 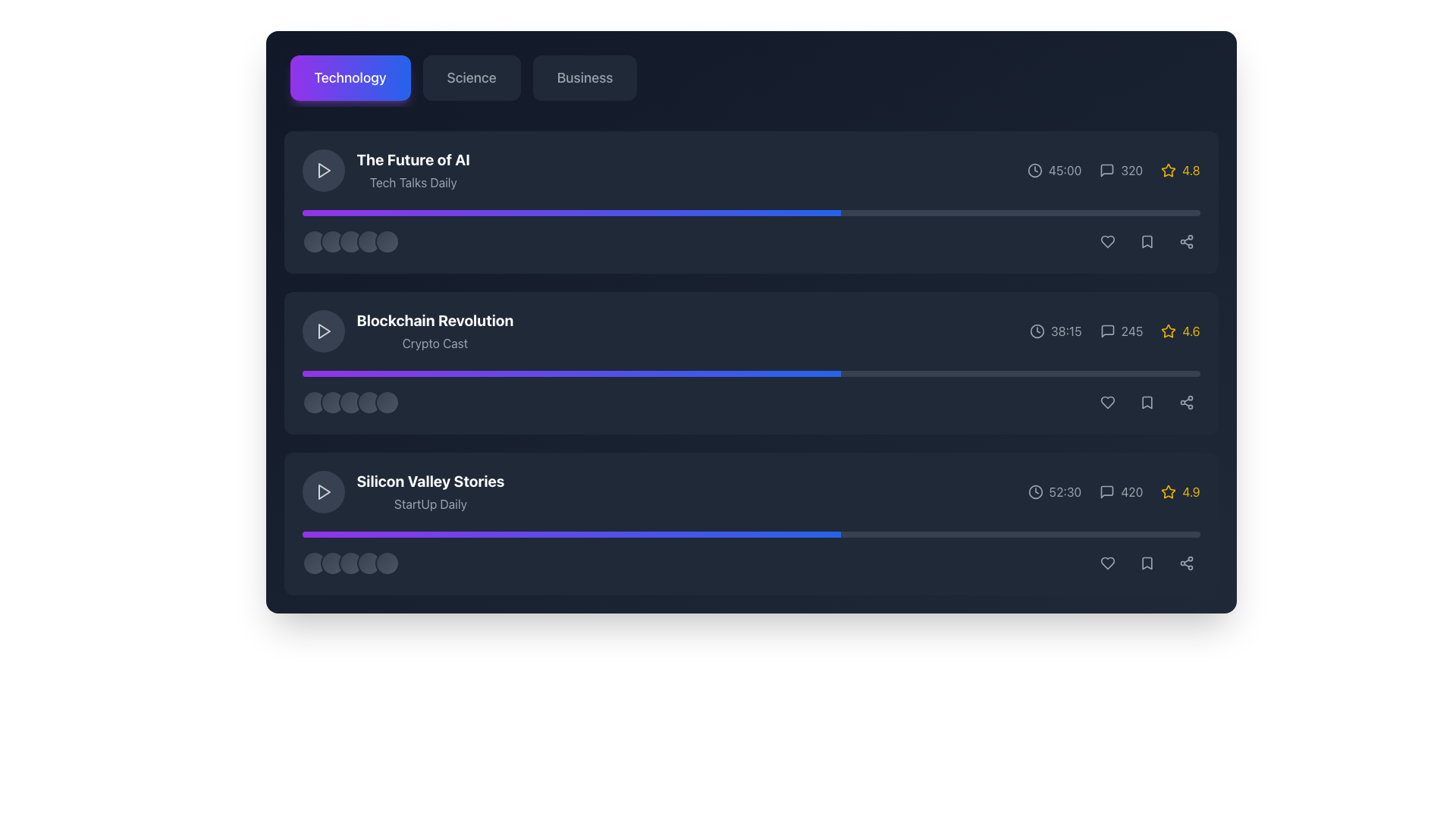 I want to click on the circular indicator with a gradient from gray to a darker tone, which is the fifth circle in a row of similar indicators located under the 'Silicon Valley Stories' media entry, so click(x=387, y=563).